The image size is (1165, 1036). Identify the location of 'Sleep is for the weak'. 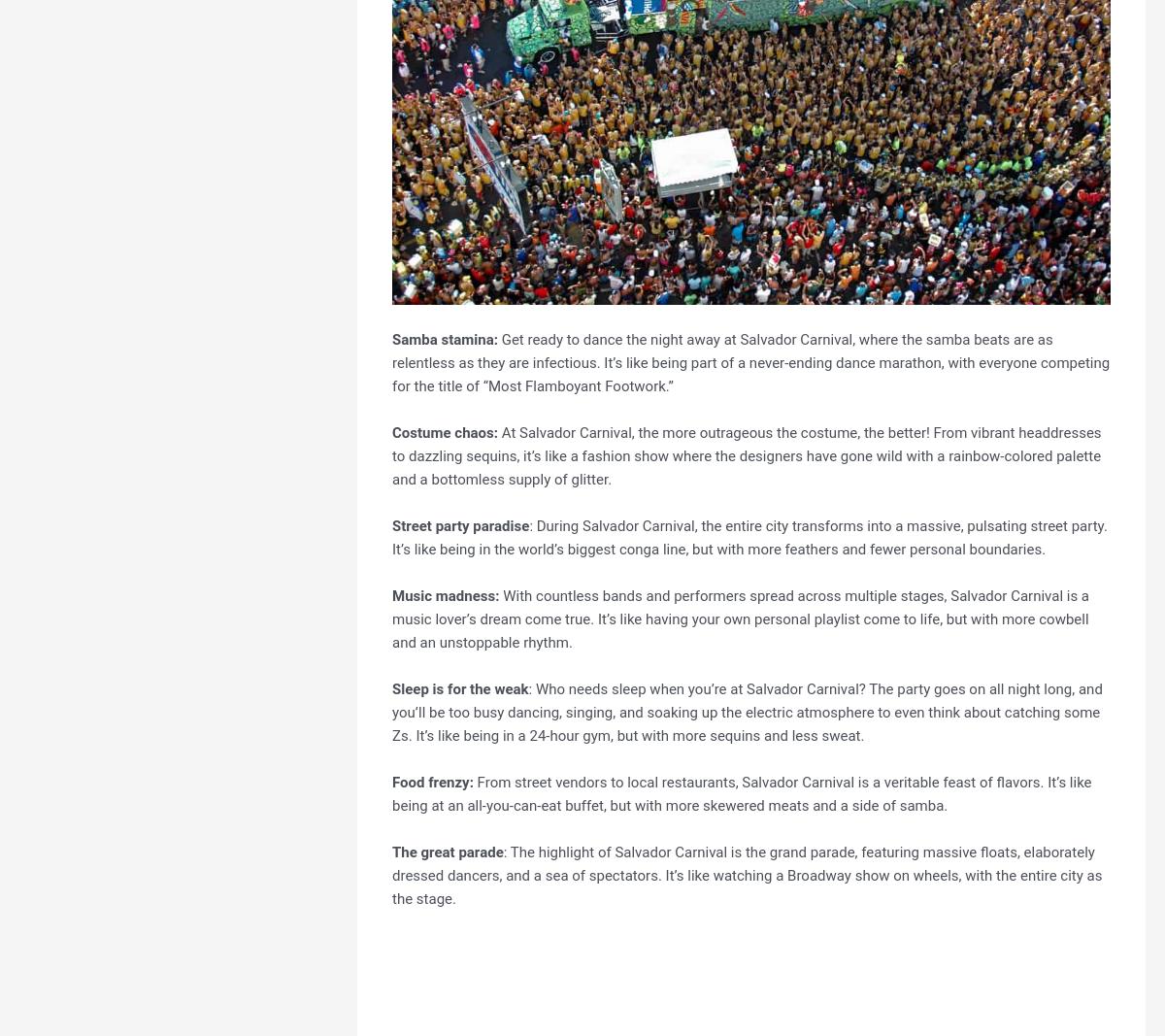
(392, 688).